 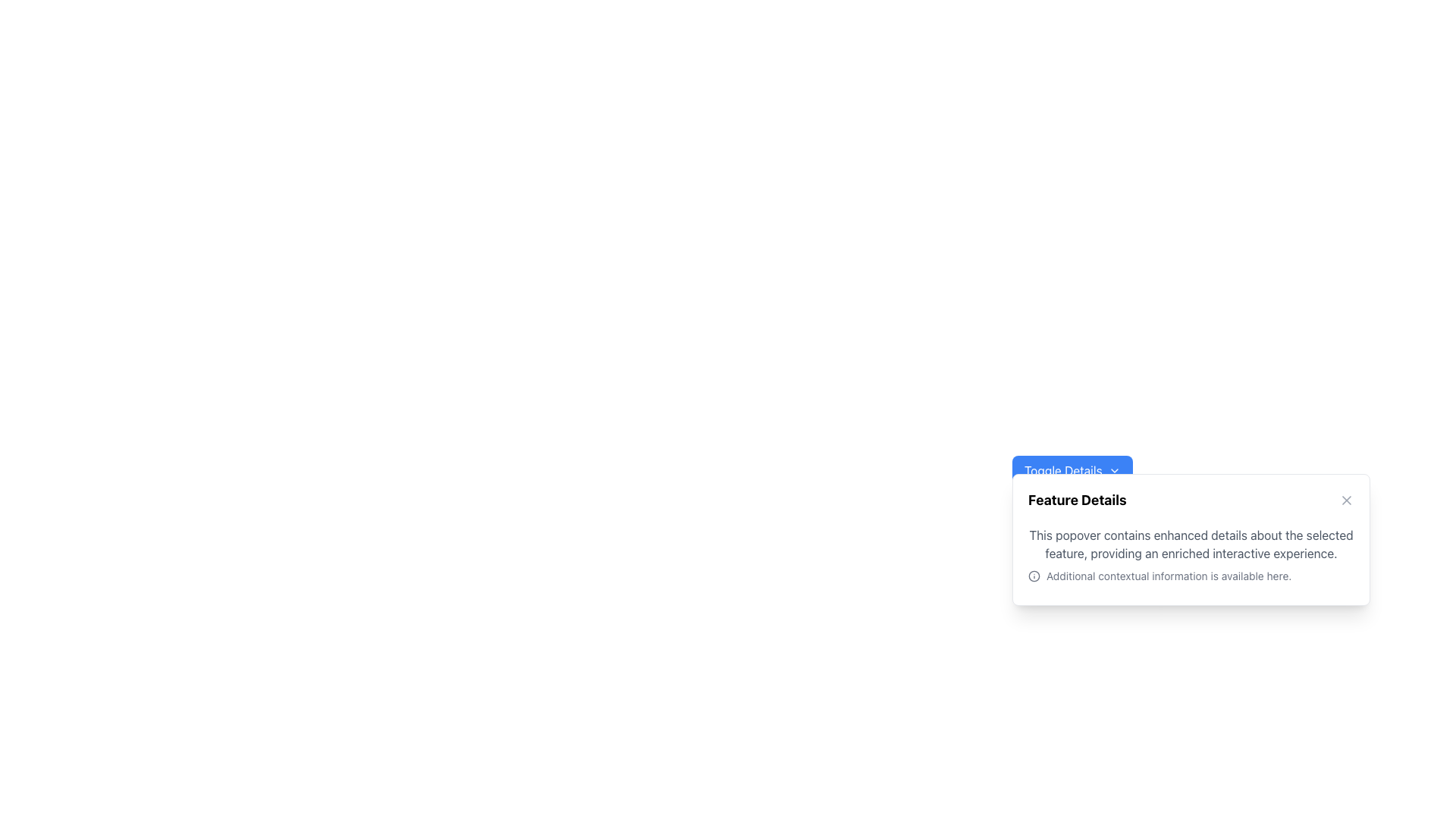 What do you see at coordinates (1190, 576) in the screenshot?
I see `the text 'Additional contextual information is available here.' within the bottom-right popover` at bounding box center [1190, 576].